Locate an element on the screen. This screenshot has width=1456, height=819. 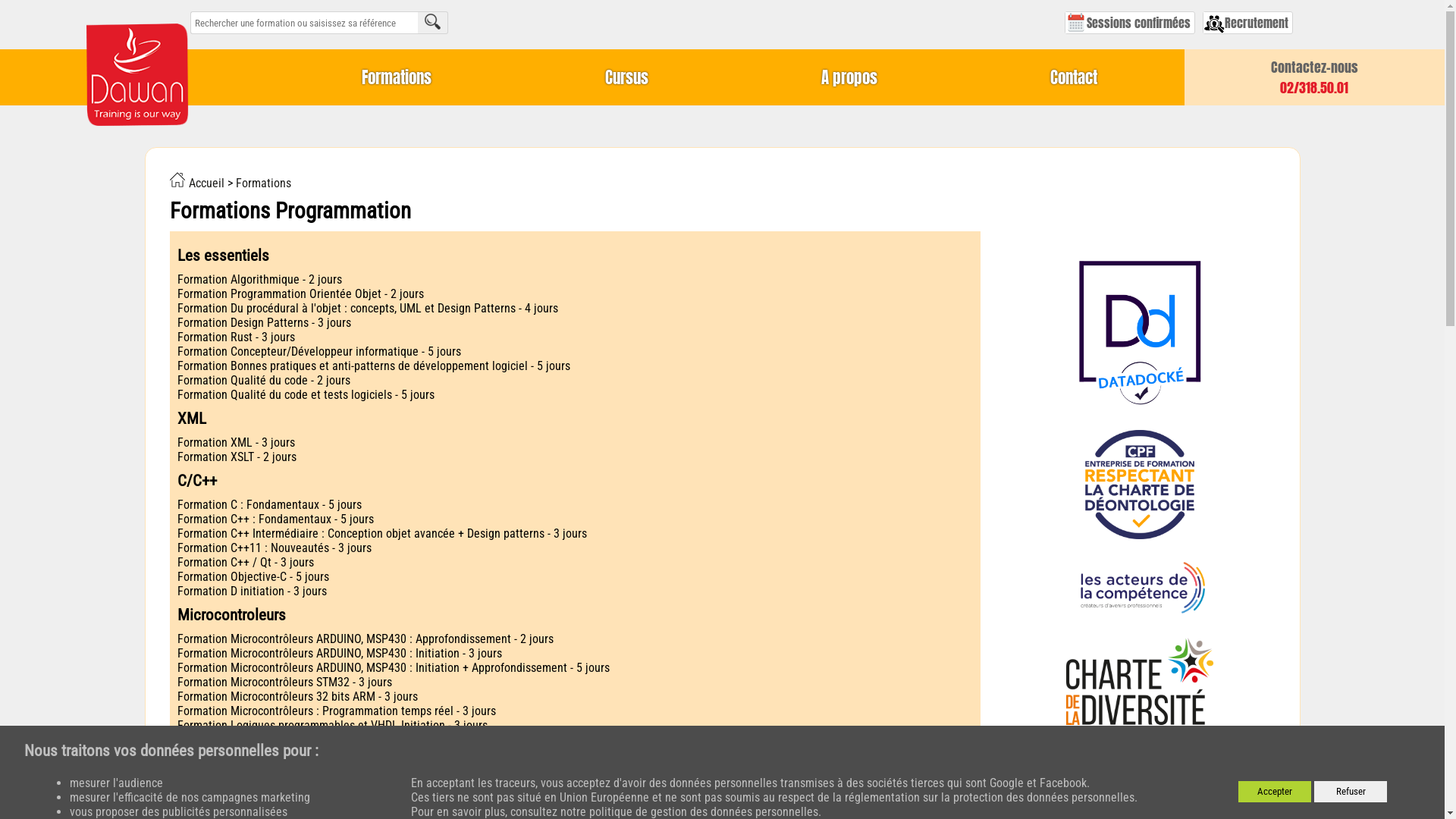
'C/C++' is located at coordinates (177, 480).